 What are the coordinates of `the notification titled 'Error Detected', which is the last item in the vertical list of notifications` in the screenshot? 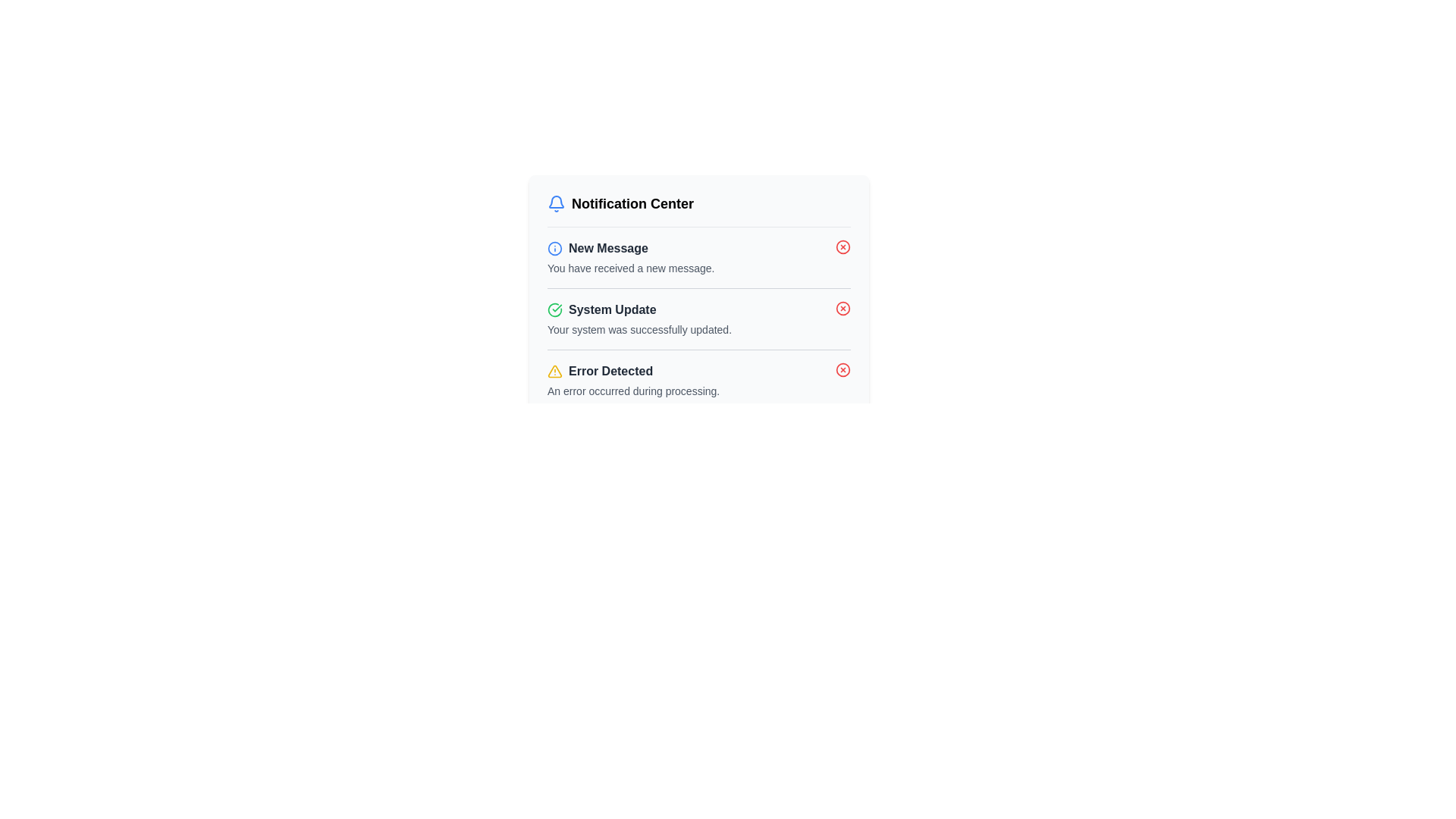 It's located at (698, 379).